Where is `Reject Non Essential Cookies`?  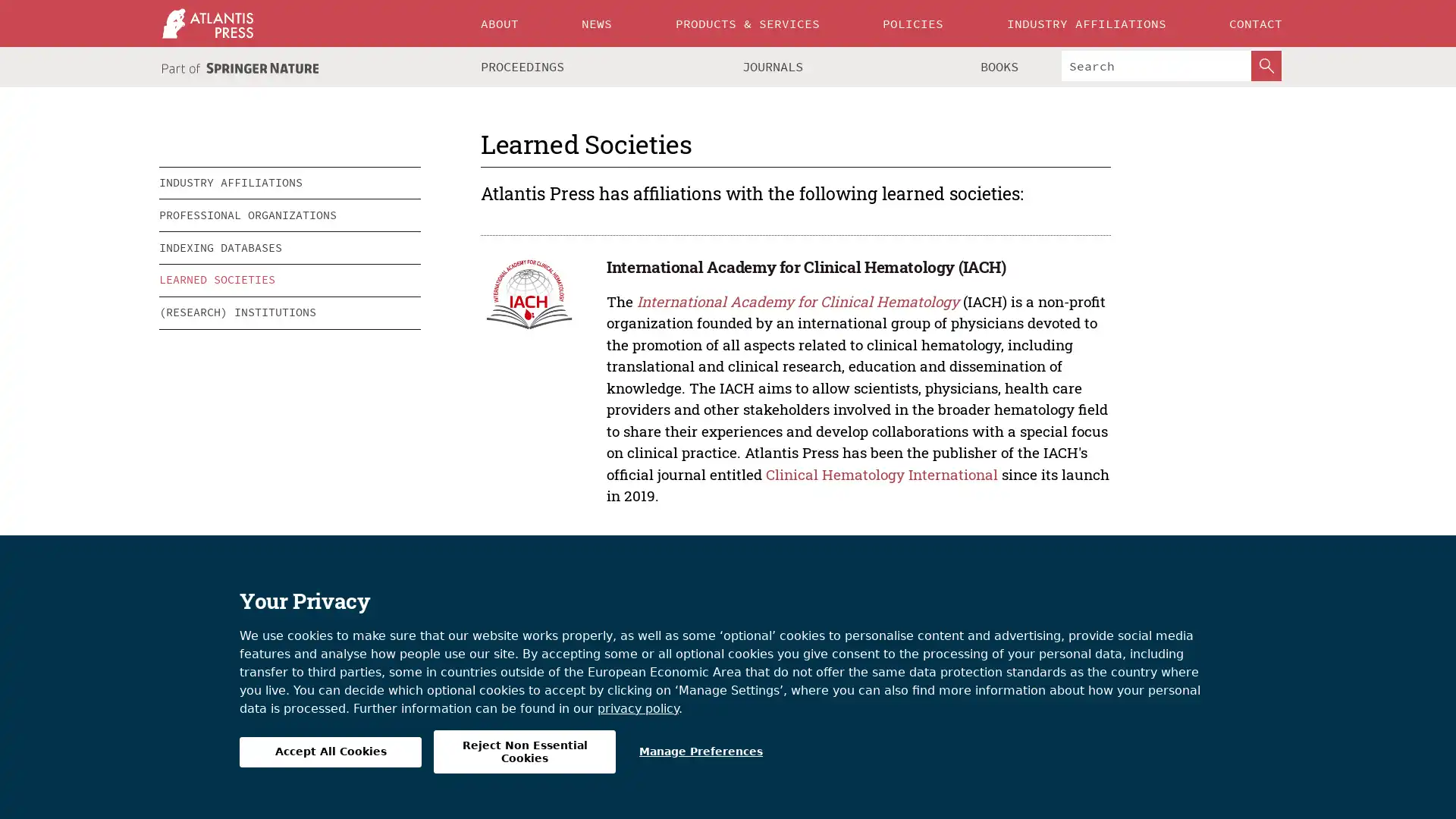
Reject Non Essential Cookies is located at coordinates (524, 752).